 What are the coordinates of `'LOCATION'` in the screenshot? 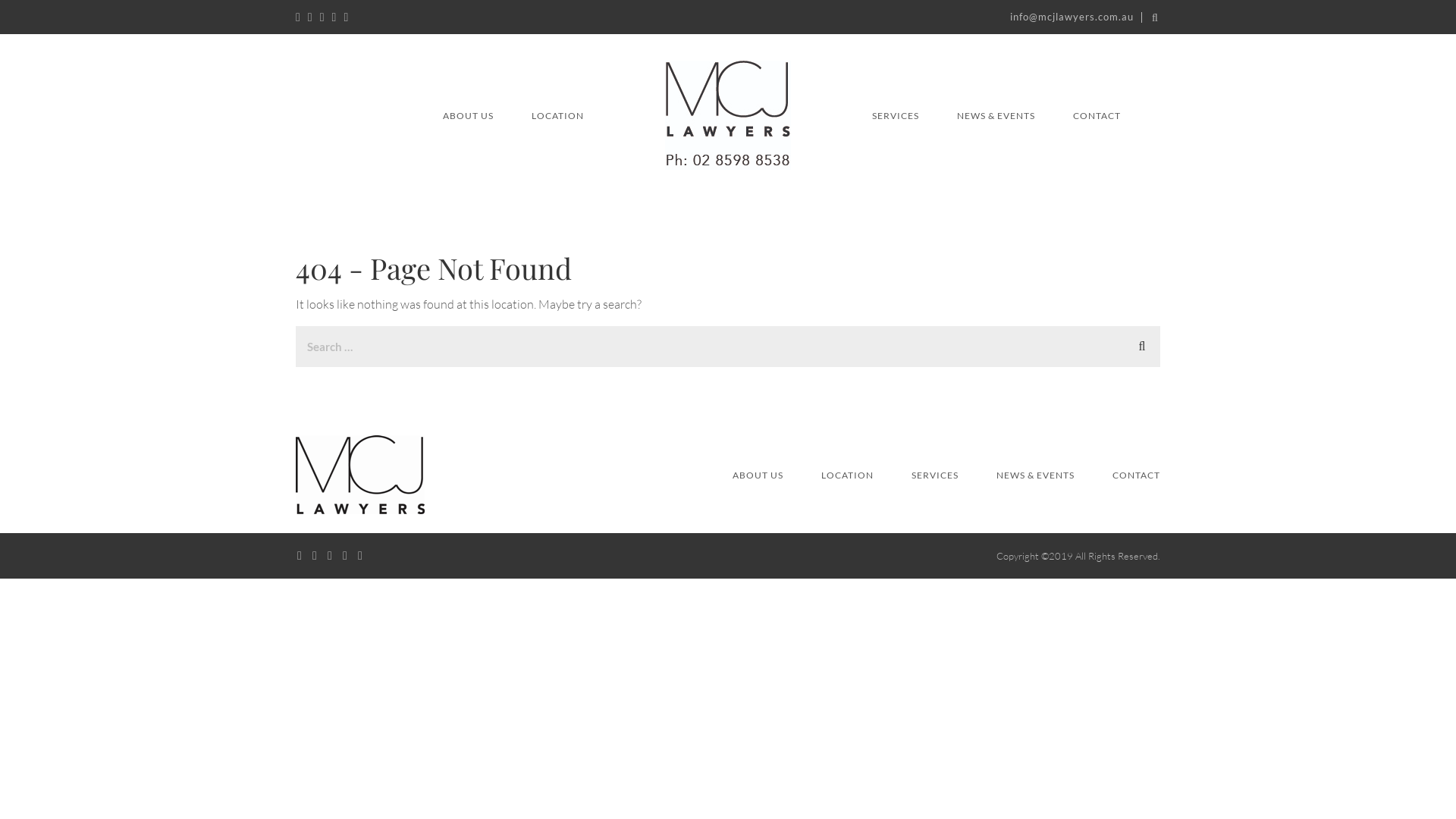 It's located at (846, 475).